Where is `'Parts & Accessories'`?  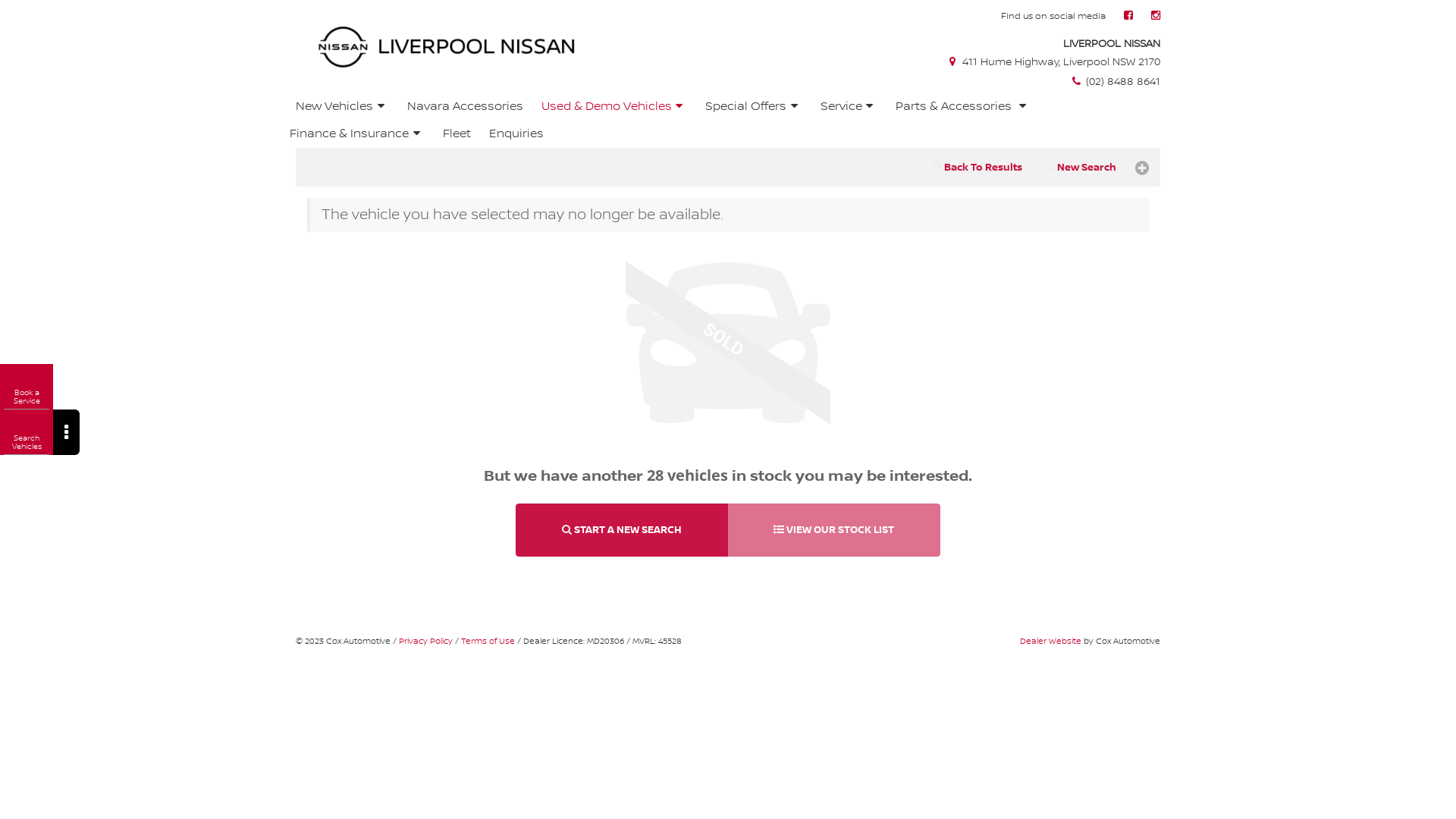 'Parts & Accessories' is located at coordinates (962, 106).